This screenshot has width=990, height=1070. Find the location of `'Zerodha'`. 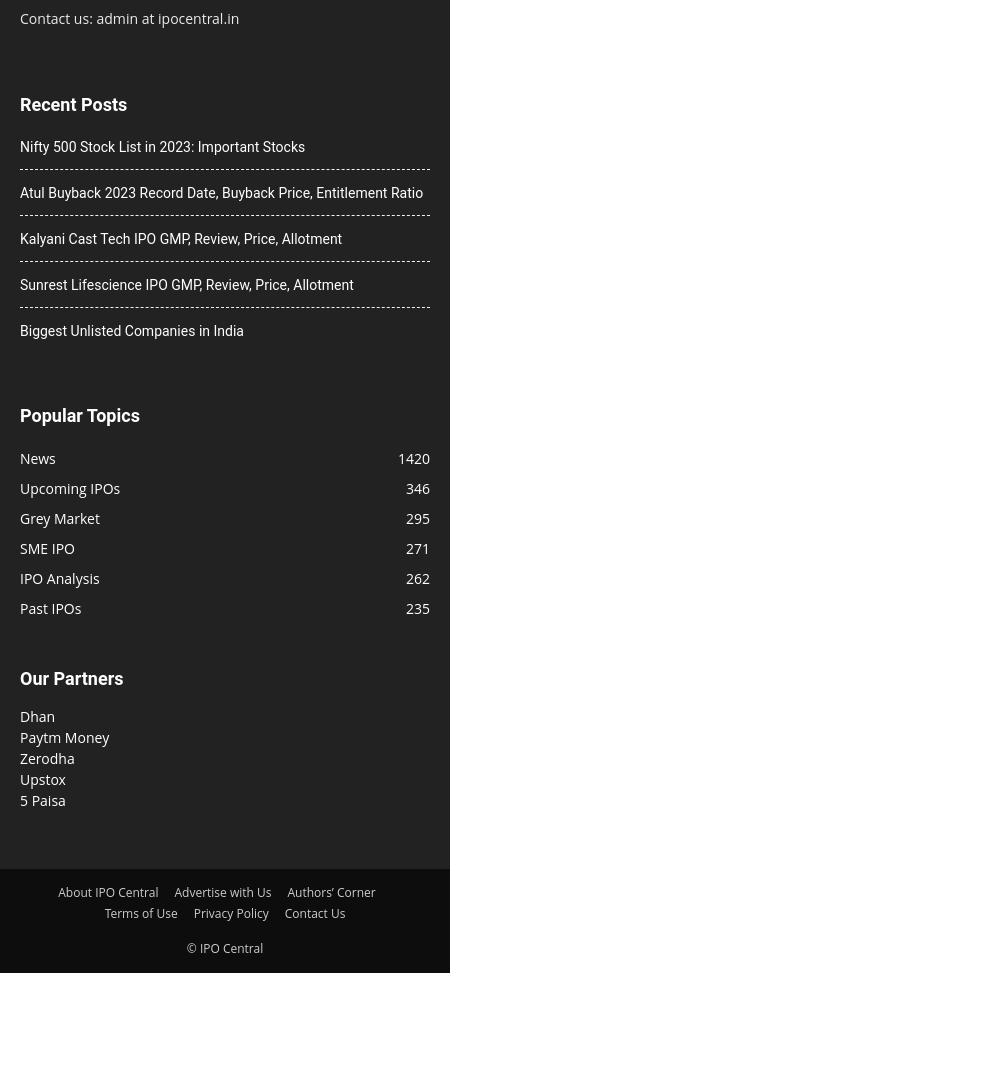

'Zerodha' is located at coordinates (46, 756).